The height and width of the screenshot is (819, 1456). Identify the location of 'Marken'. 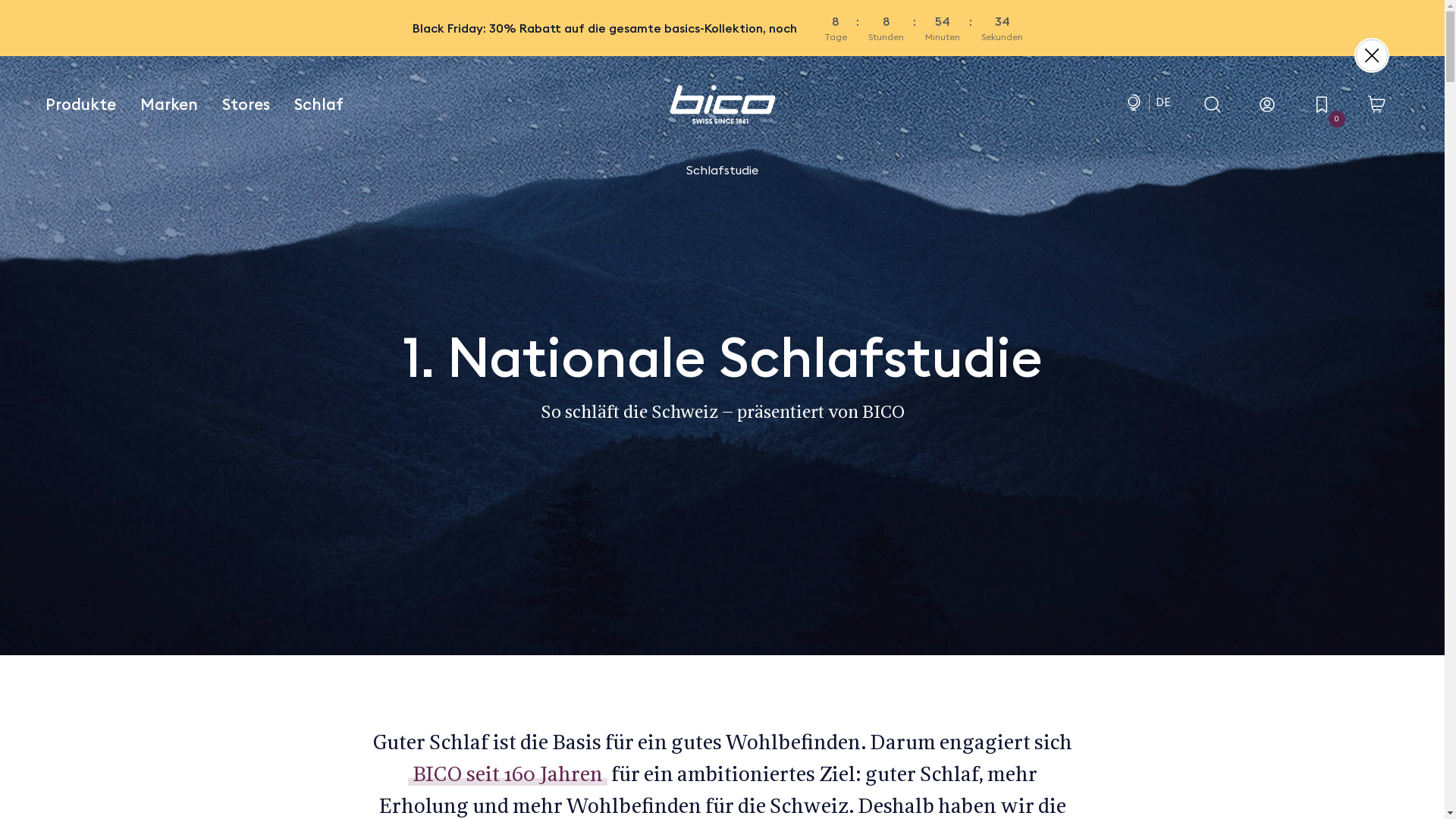
(168, 103).